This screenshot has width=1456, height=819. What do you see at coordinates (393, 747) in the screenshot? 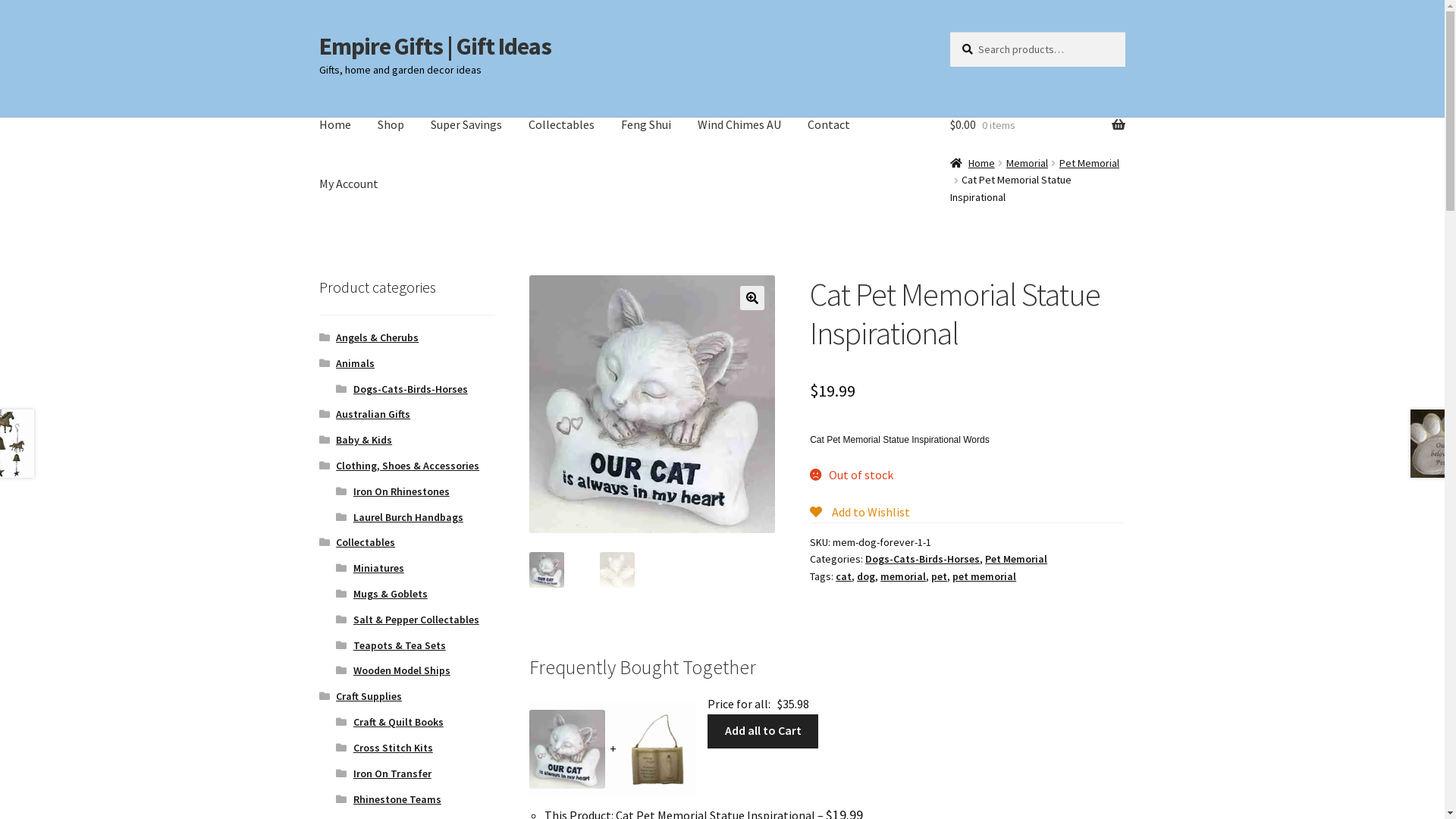
I see `'Cross Stitch Kits'` at bounding box center [393, 747].